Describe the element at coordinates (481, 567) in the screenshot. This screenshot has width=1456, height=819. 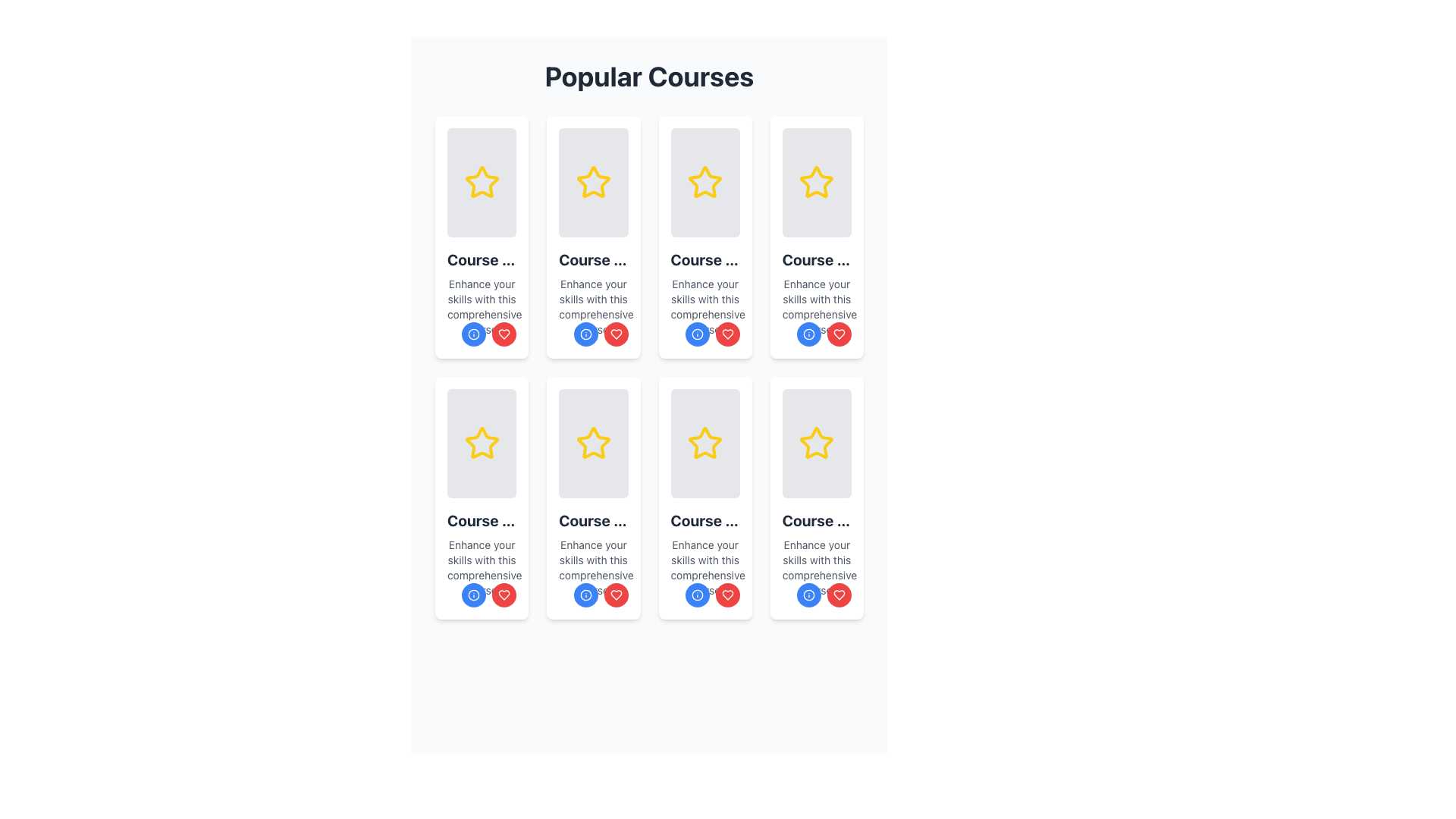
I see `text content of the Text Block located within the second row of the popular courses grid, positioned below the course title and above the action buttons` at that location.